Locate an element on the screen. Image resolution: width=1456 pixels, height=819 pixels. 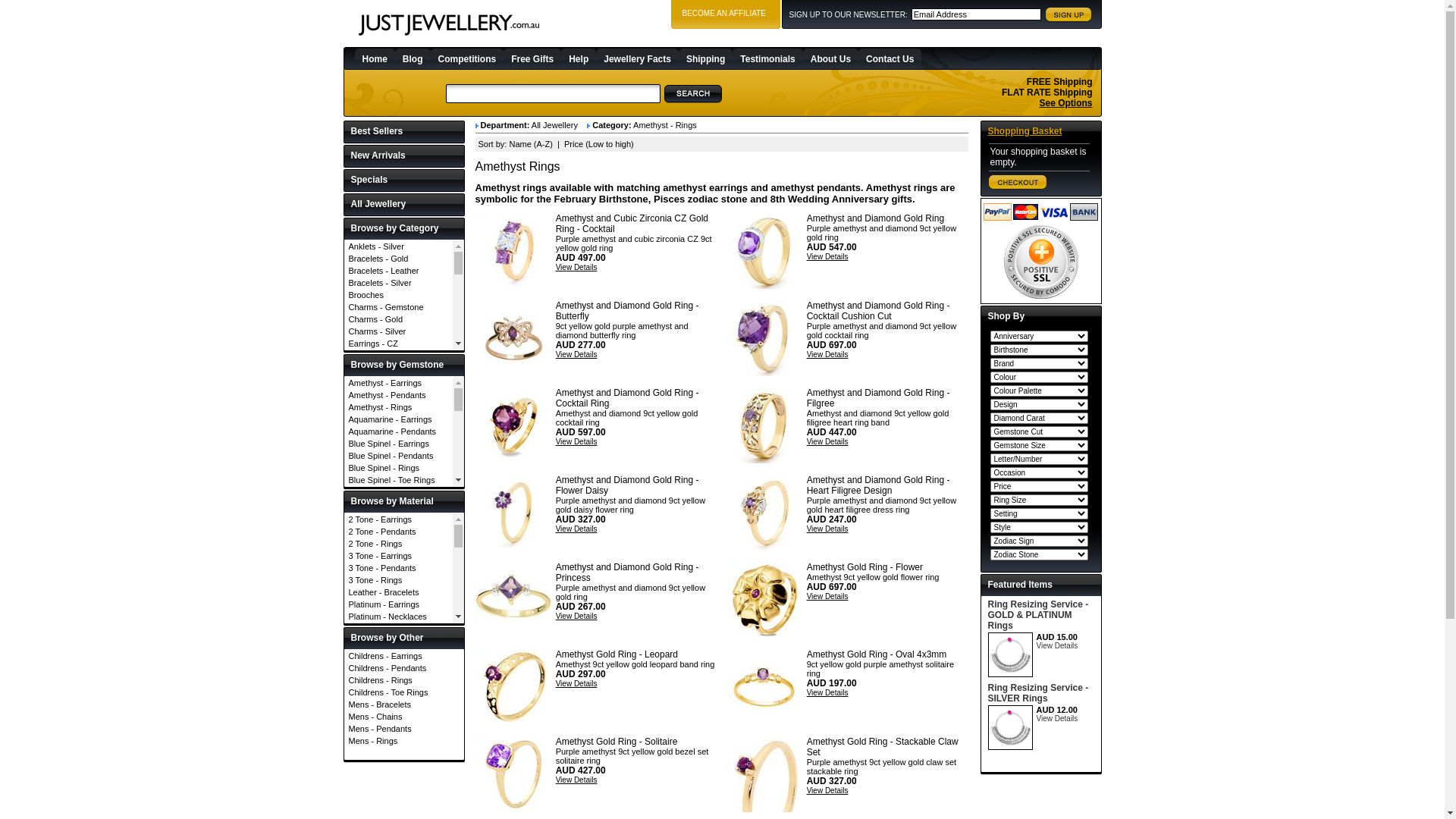
'Amethyst and Diamond Gold Ring - Filgree' is located at coordinates (878, 397).